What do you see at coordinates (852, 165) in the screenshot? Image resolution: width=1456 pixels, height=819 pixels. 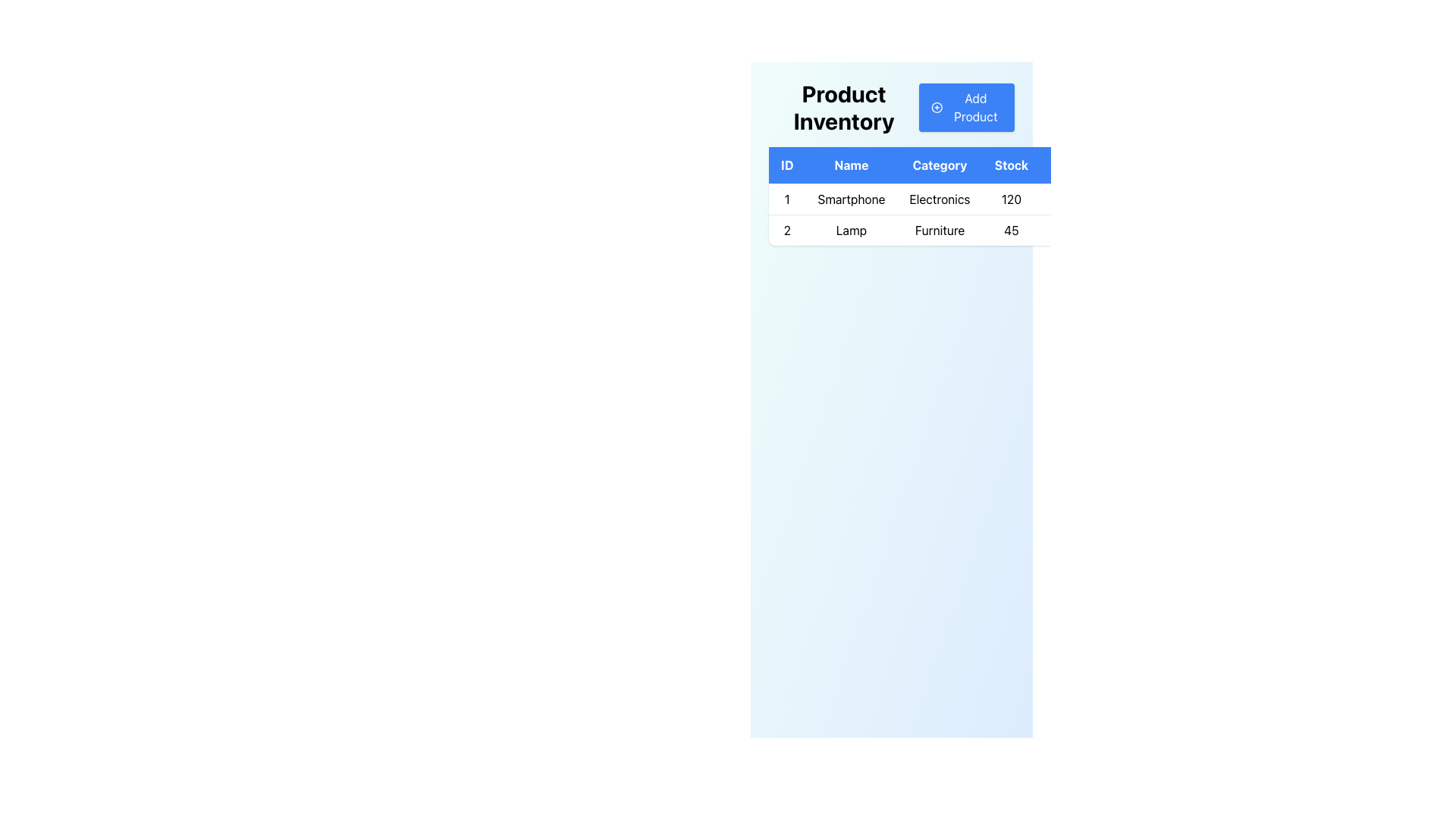 I see `the Table Header element labeled 'Name' which is styled with a blue background and white text, located between the 'ID' and 'Category' headers in the table` at bounding box center [852, 165].